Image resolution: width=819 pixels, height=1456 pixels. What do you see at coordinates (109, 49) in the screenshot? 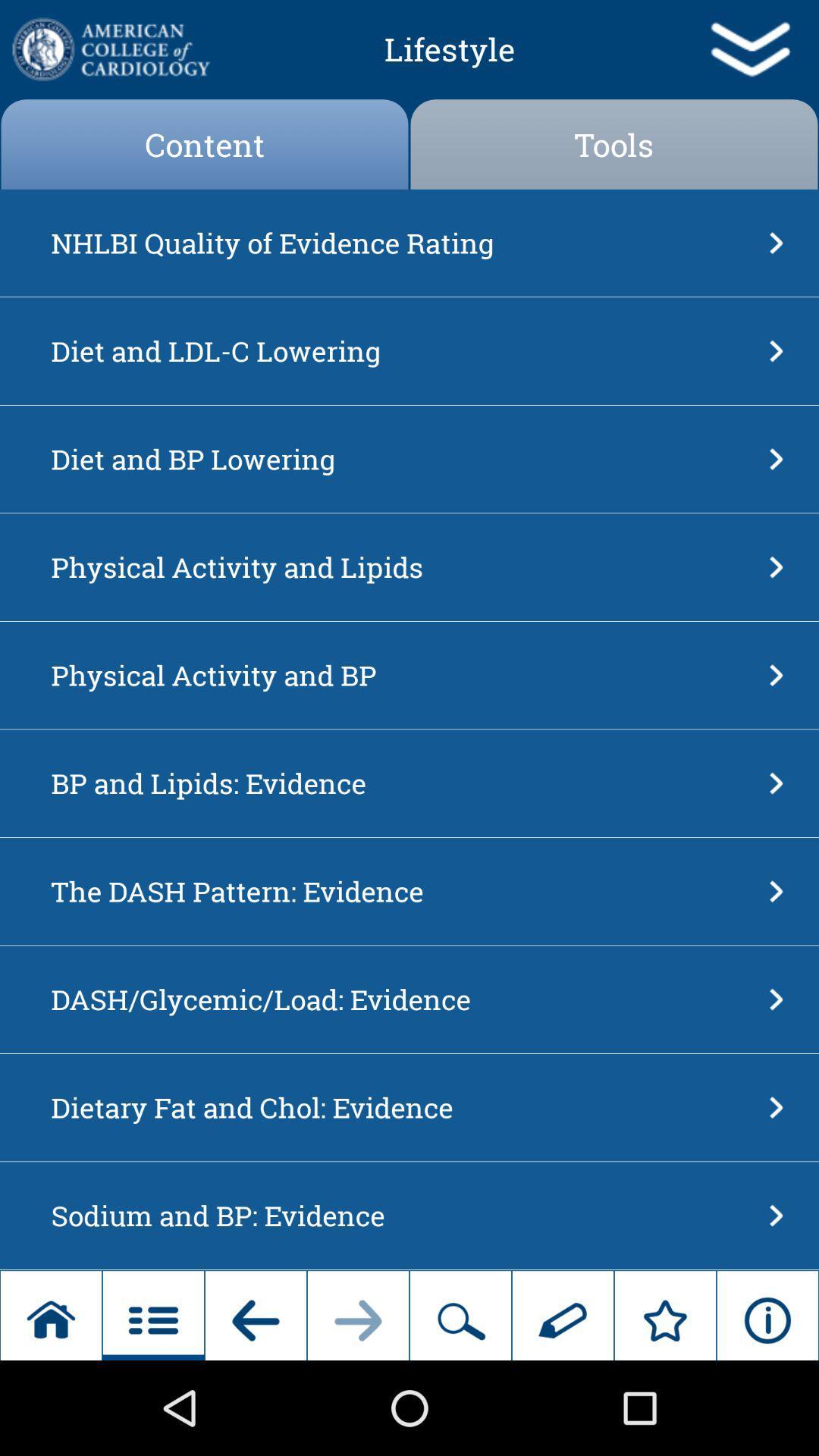
I see `the item to the left of lifestyle icon` at bounding box center [109, 49].